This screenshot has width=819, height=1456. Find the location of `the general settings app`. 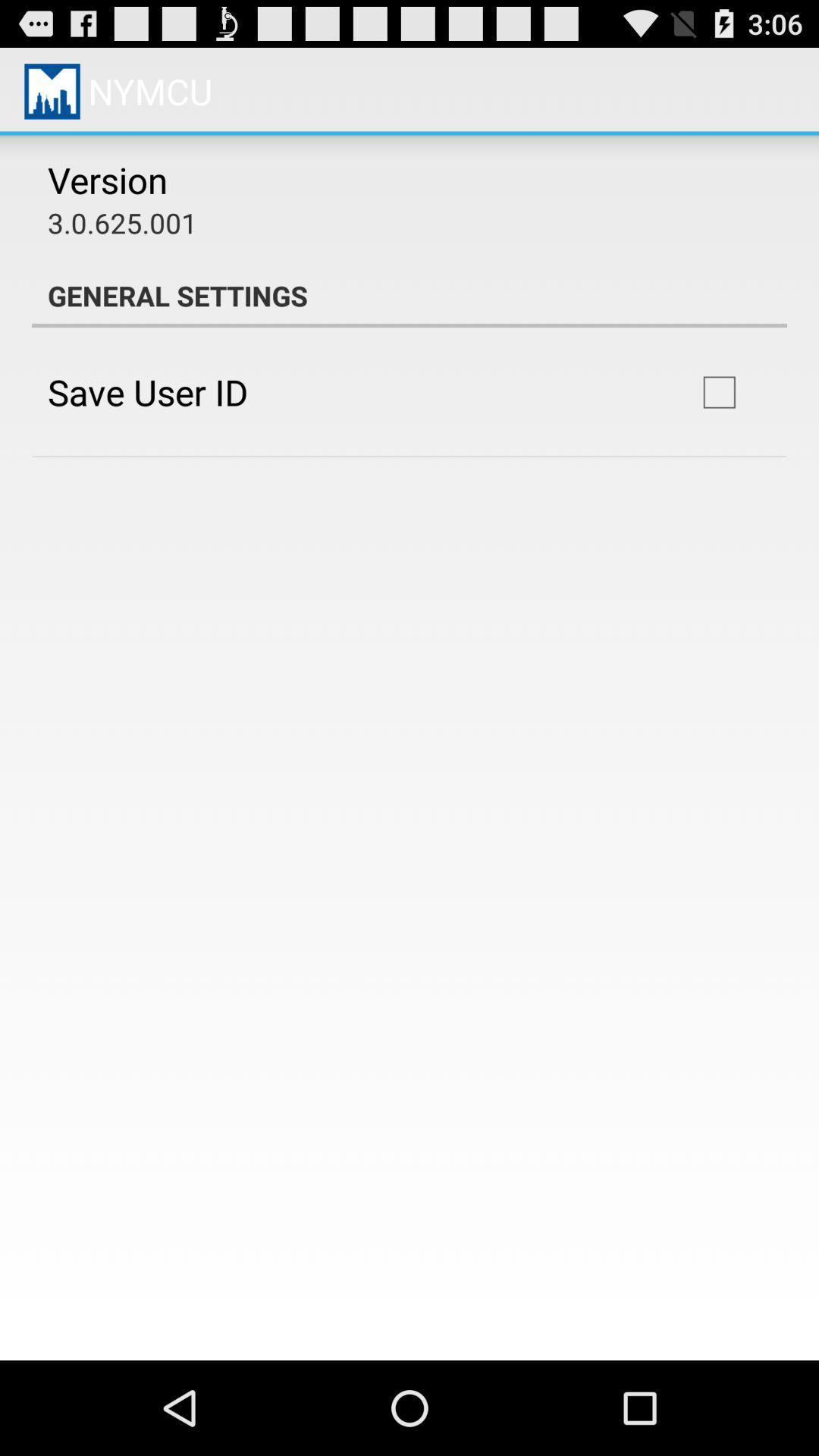

the general settings app is located at coordinates (409, 295).